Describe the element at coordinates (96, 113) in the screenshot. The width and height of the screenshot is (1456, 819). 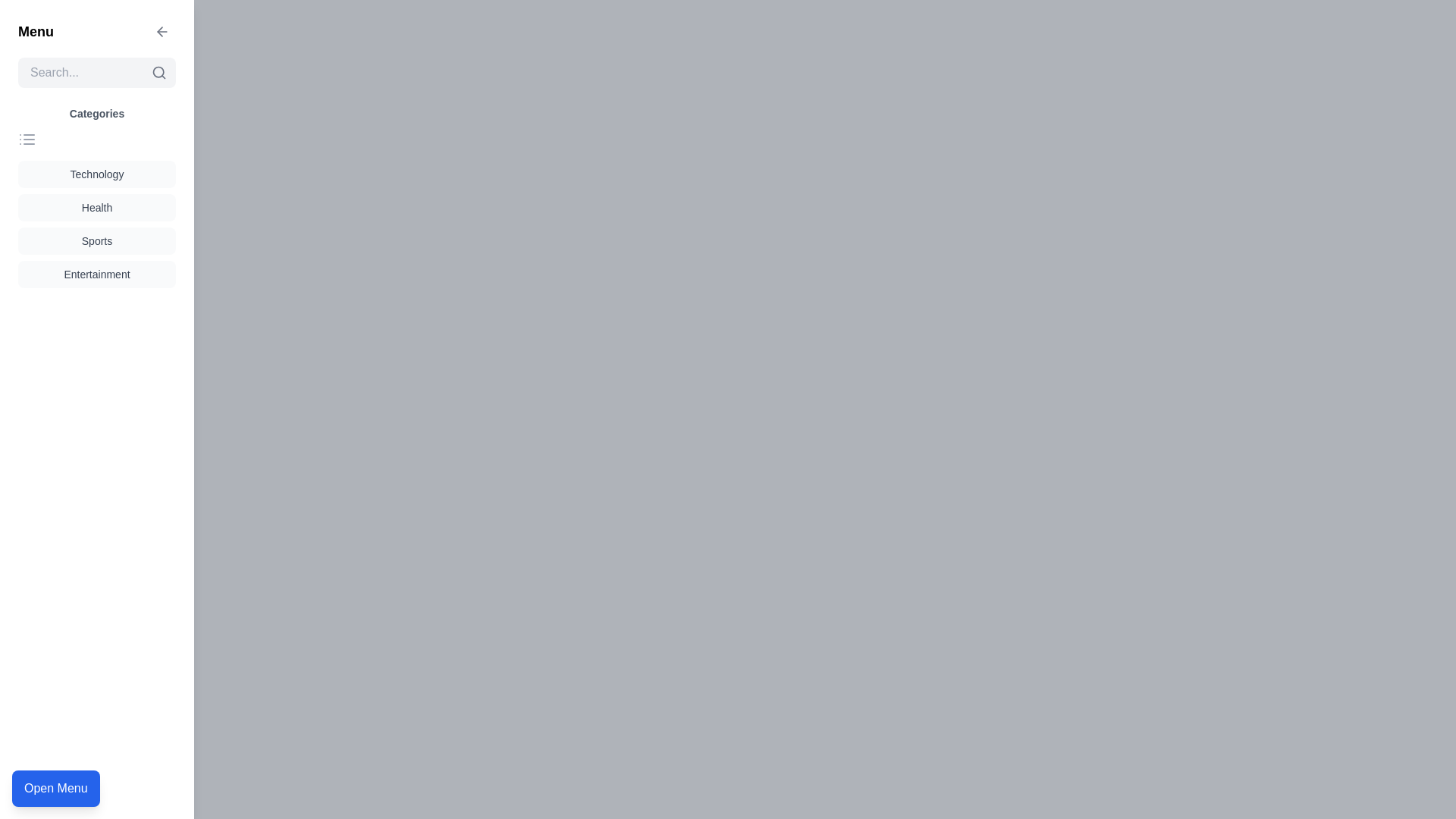
I see `the 'Categories' text label, which serves as a heading for the section below it, located in the vertical menu just below the search bar` at that location.